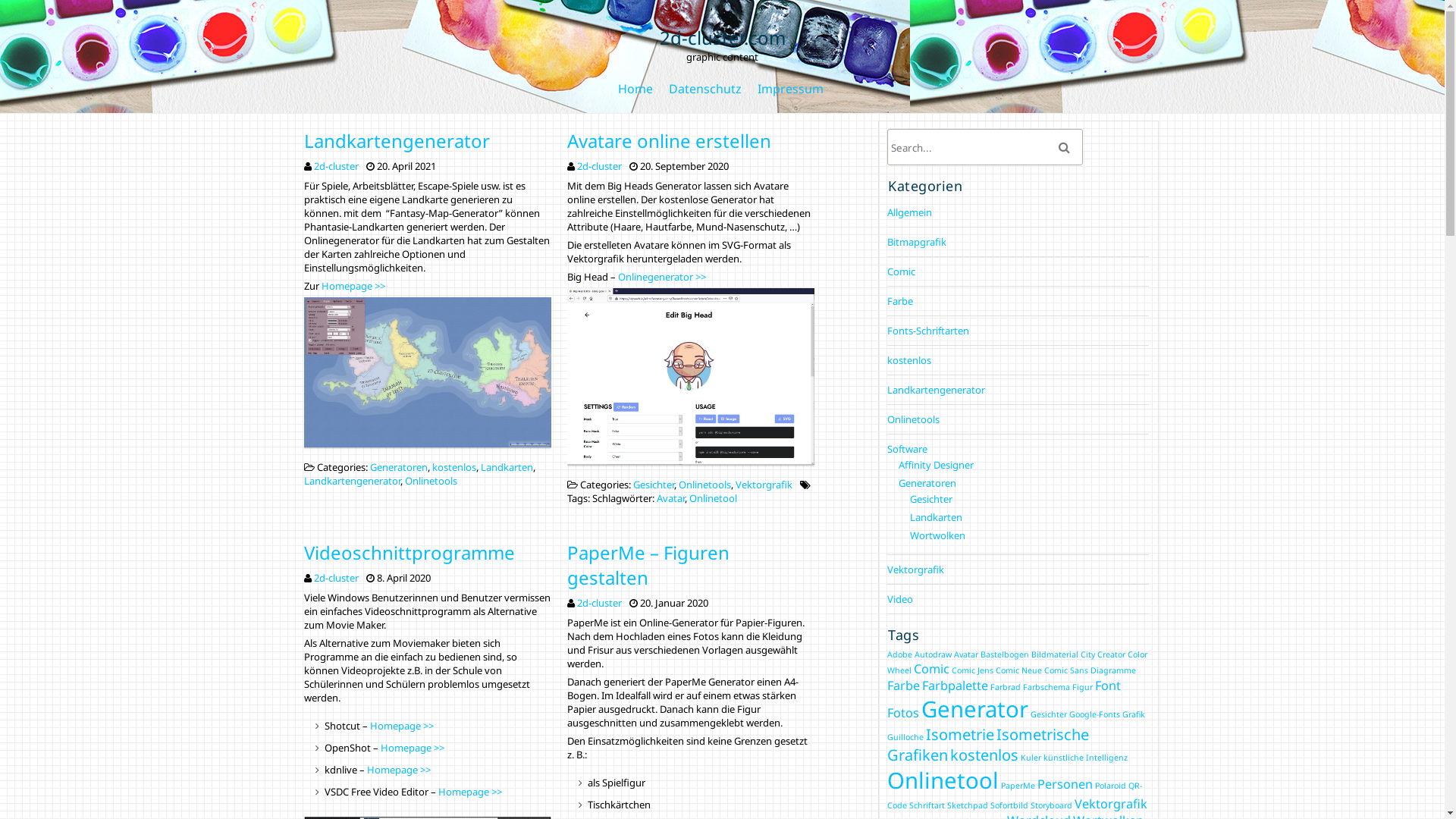 This screenshot has height=819, width=1456. What do you see at coordinates (926, 804) in the screenshot?
I see `'Schriftart'` at bounding box center [926, 804].